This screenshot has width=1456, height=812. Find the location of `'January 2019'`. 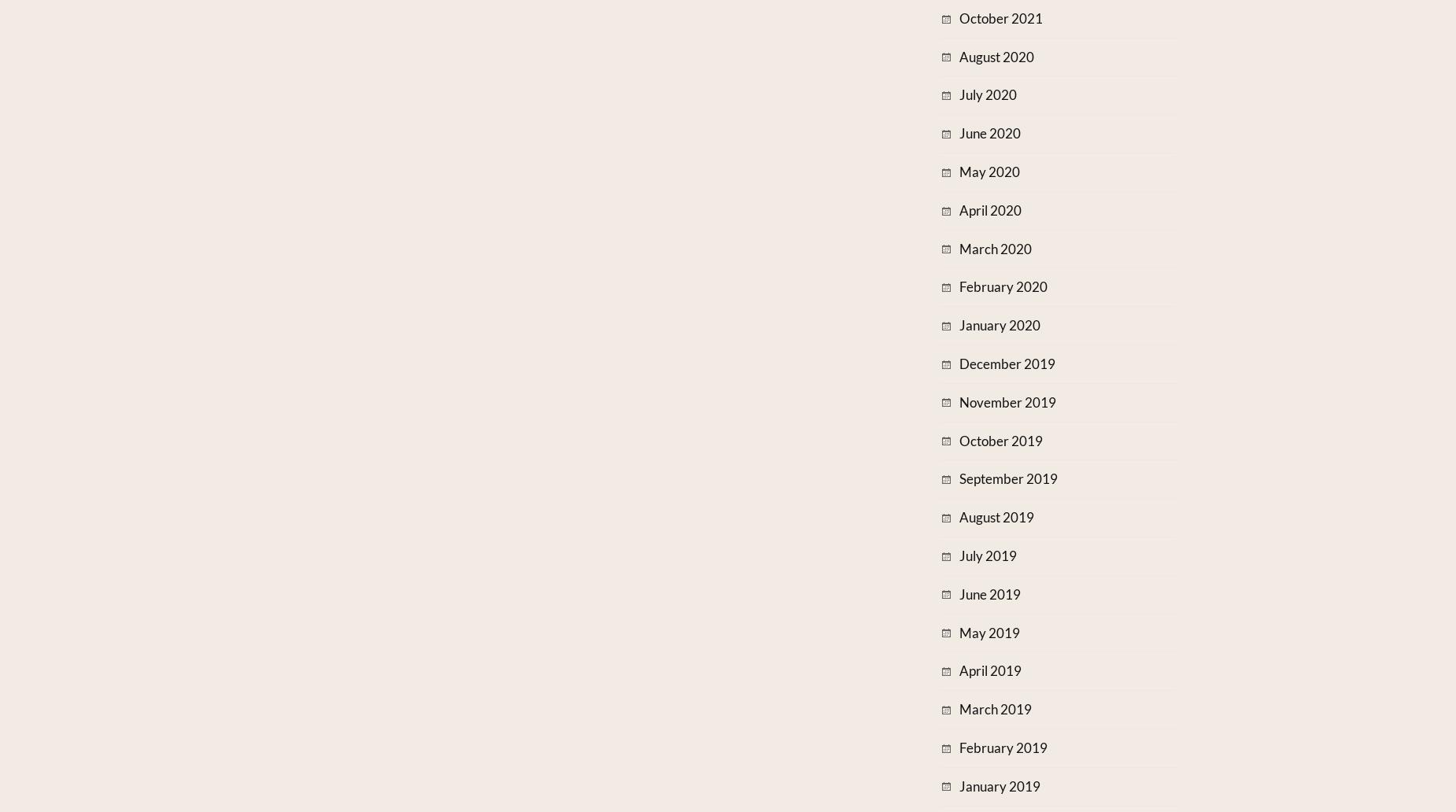

'January 2019' is located at coordinates (999, 784).